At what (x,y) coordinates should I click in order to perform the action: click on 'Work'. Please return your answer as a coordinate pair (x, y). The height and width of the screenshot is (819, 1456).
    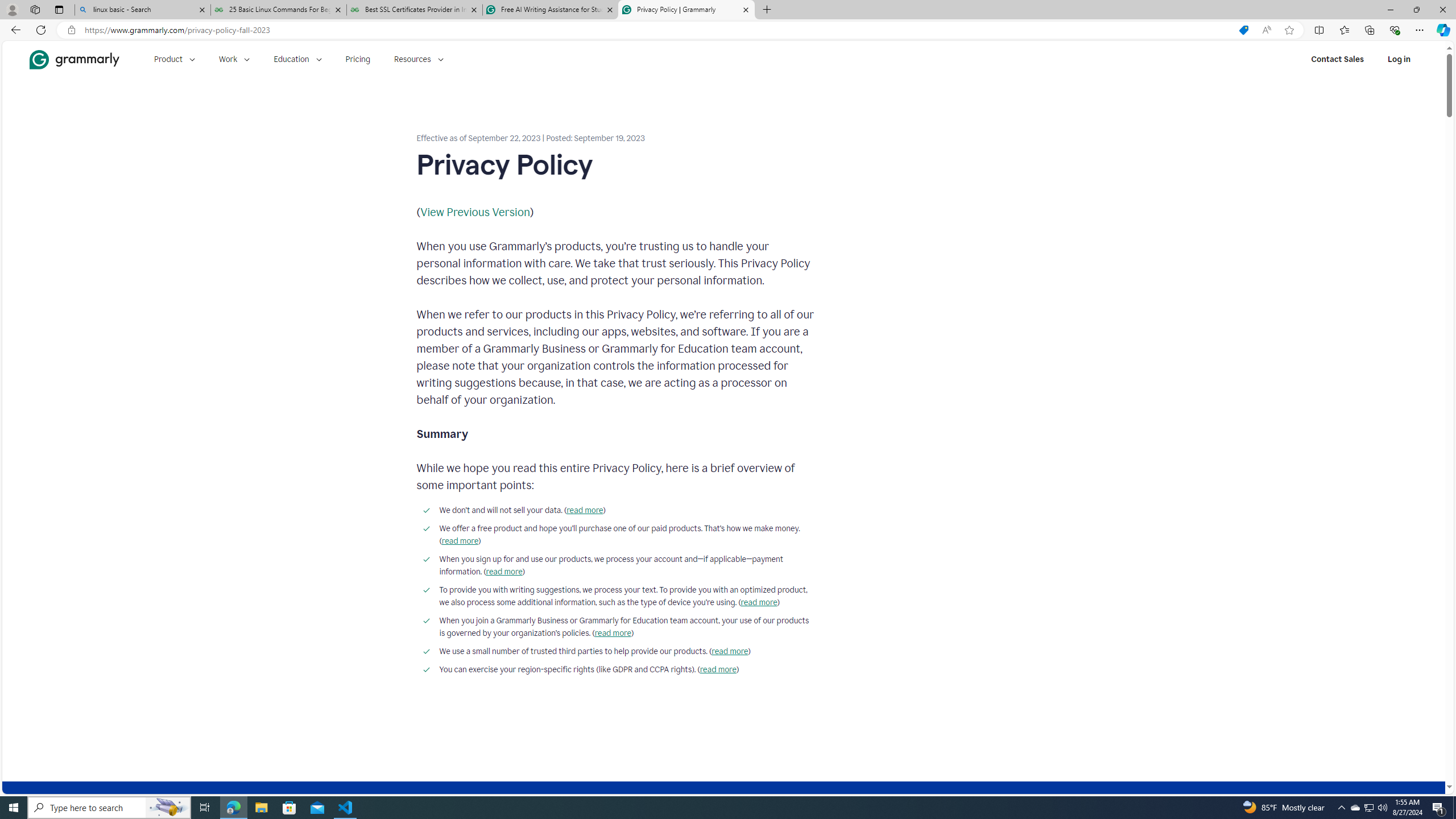
    Looking at the image, I should click on (234, 59).